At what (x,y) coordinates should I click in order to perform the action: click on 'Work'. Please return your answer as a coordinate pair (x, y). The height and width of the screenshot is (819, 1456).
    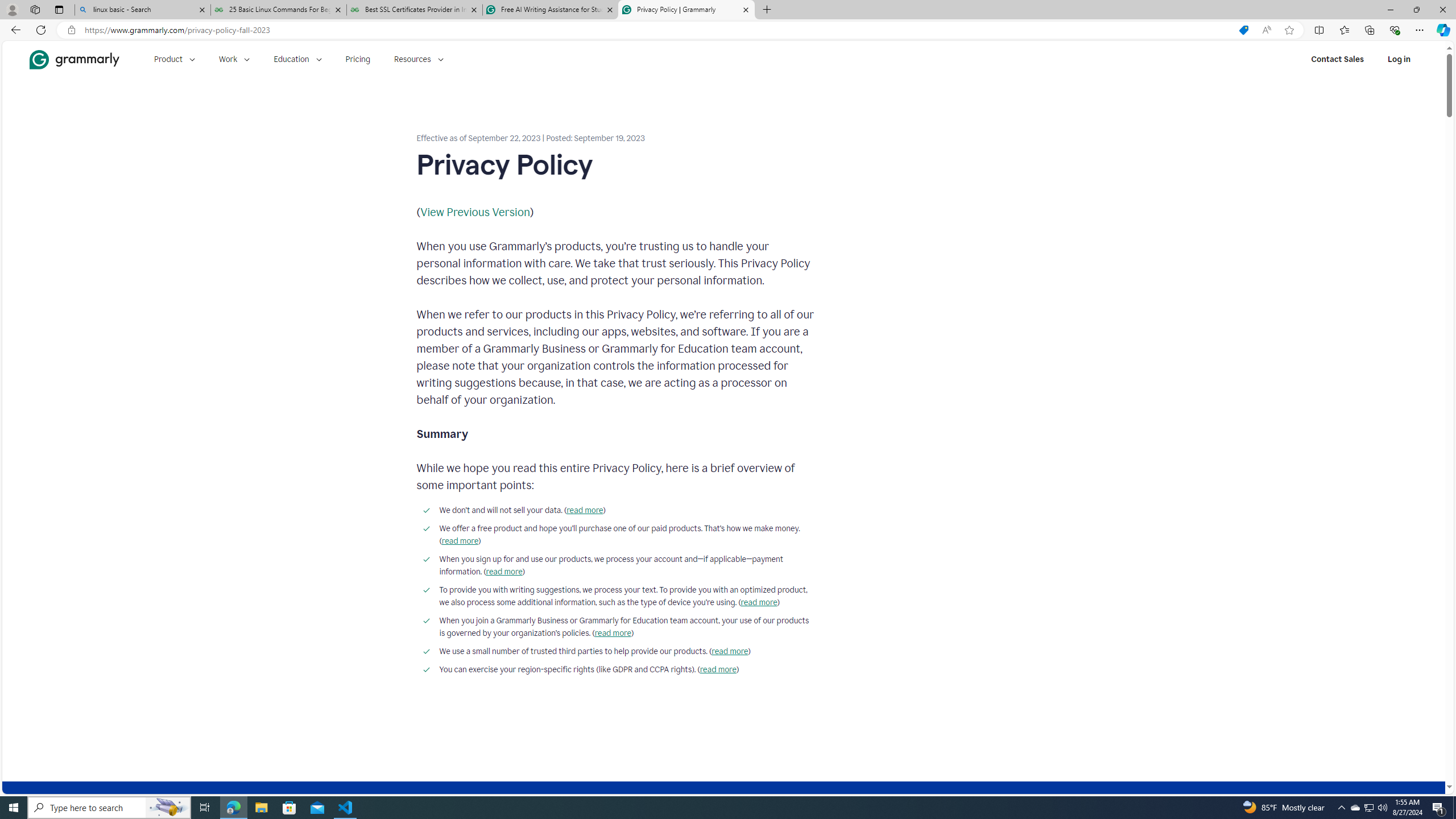
    Looking at the image, I should click on (234, 59).